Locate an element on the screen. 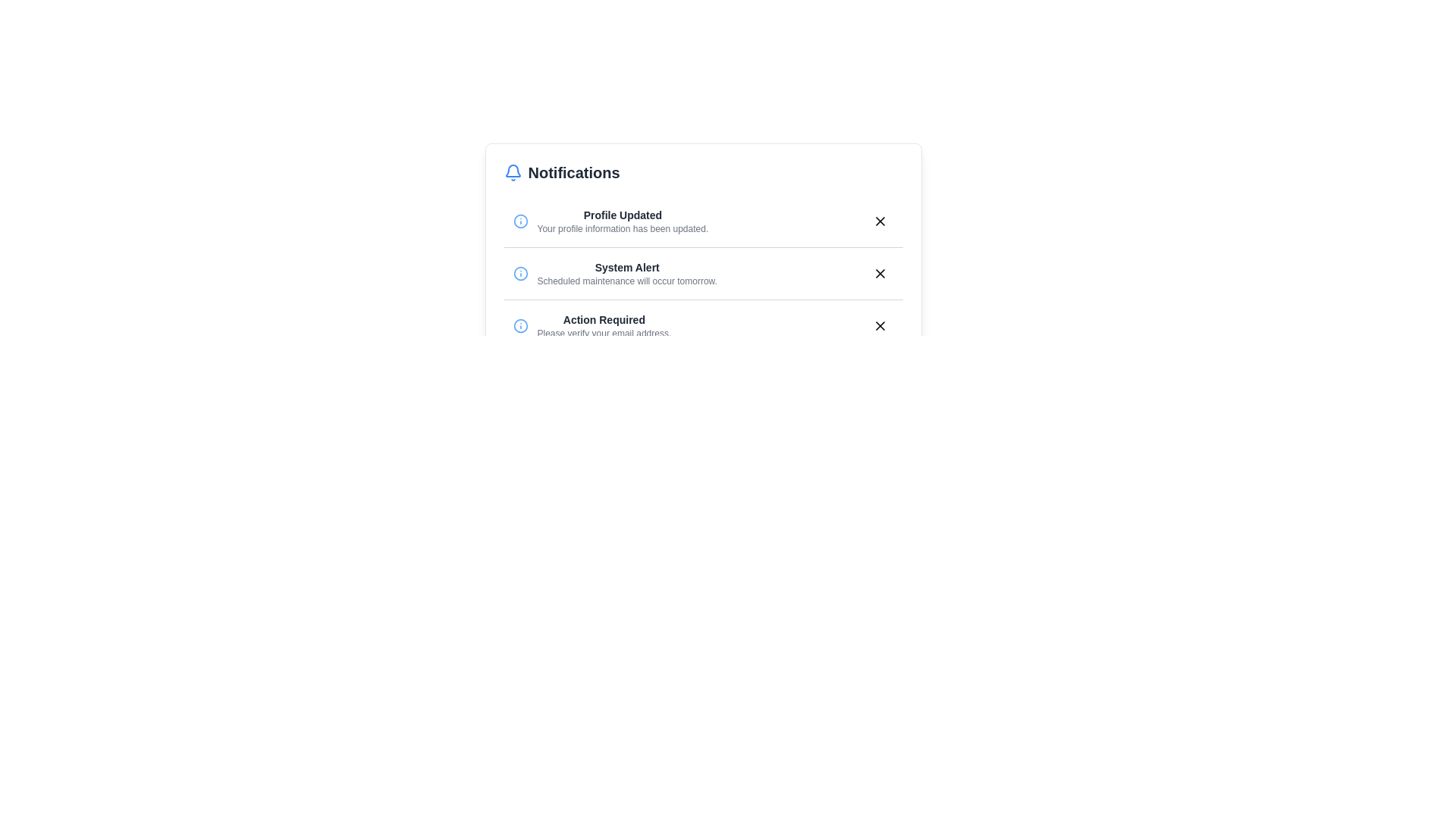  the Close Icon located in the top-right corner of the 'Action Required' notification entry is located at coordinates (880, 325).